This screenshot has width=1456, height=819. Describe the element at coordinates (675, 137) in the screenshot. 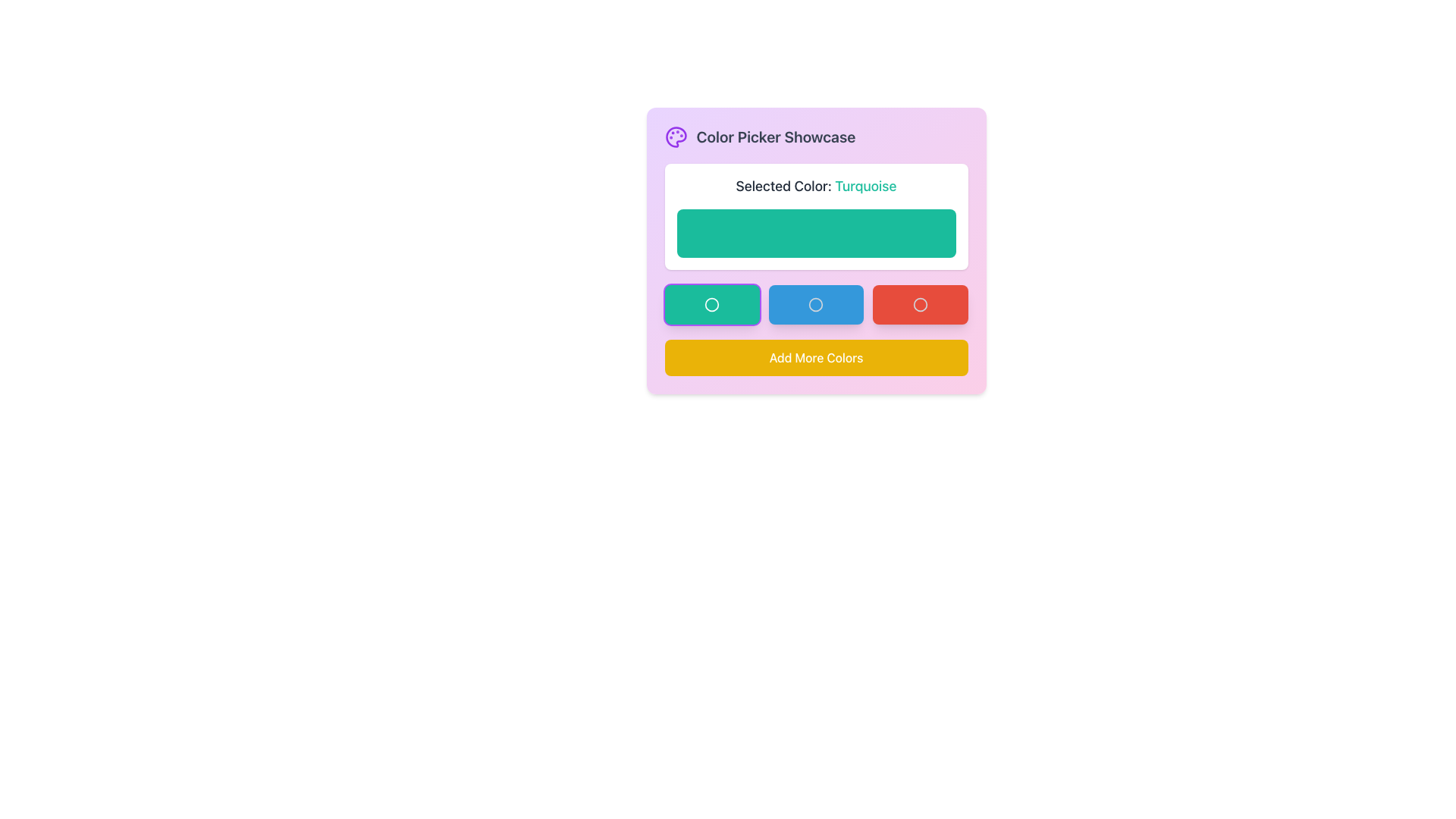

I see `the color palette icon, which is represented by circular shapes and is located to the left of the 'Color Picker Showcase' text` at that location.